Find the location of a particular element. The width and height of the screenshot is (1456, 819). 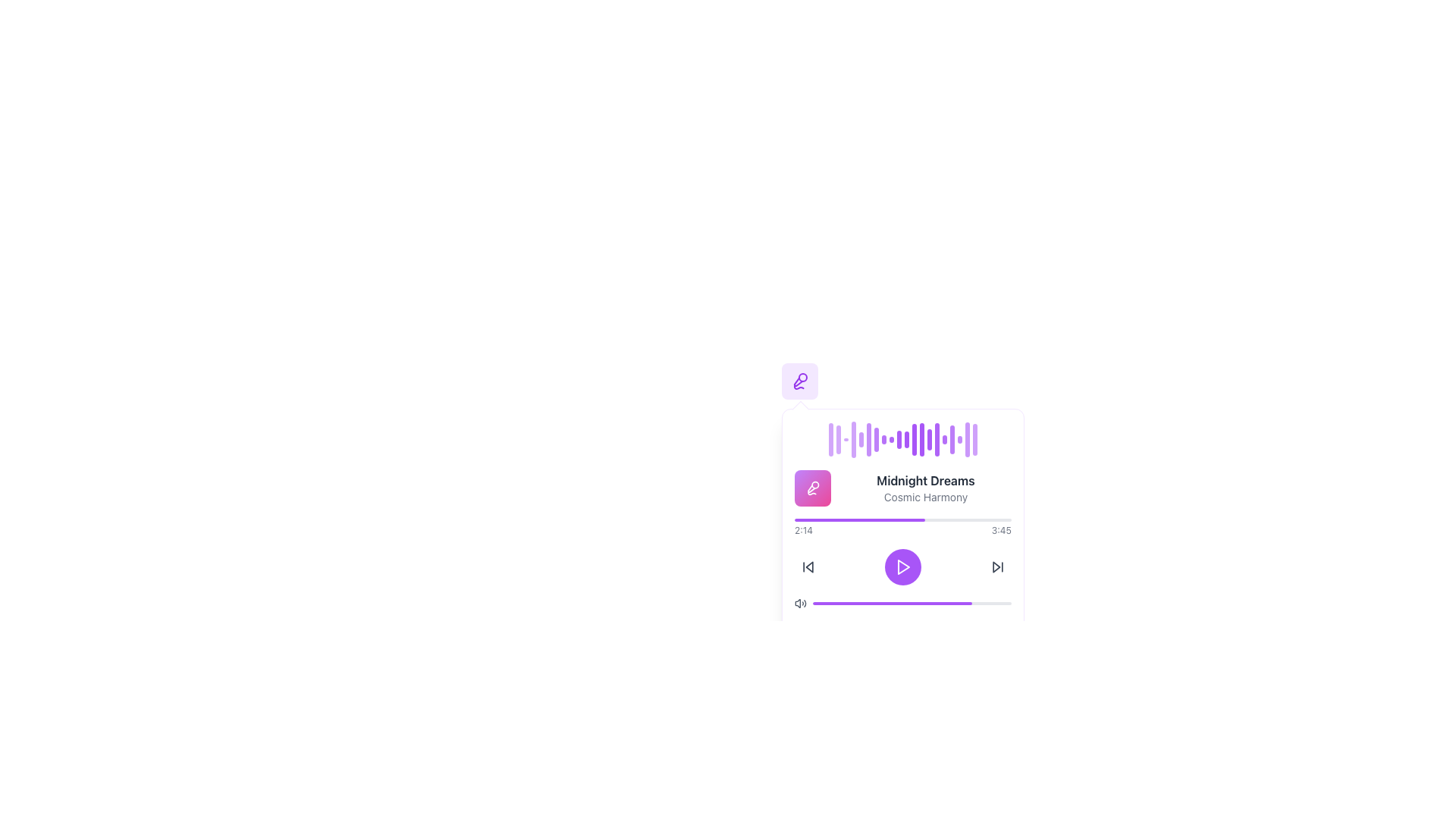

the forward arrow icon located to the right of the central play button in the media playback control interface to skip forward to the next track or segment is located at coordinates (996, 567).